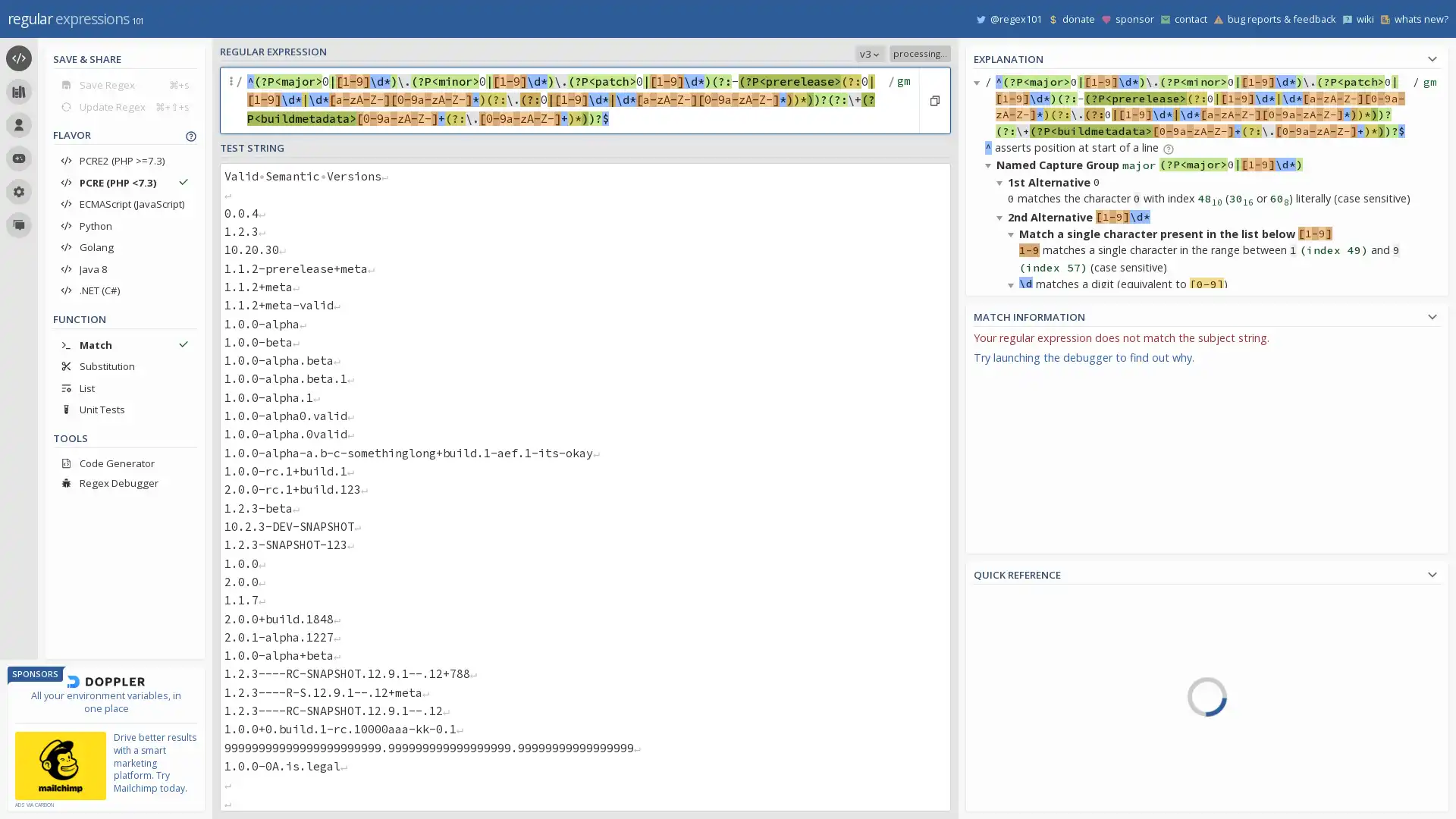 The width and height of the screenshot is (1456, 819). I want to click on Save Regex +s, so click(124, 84).